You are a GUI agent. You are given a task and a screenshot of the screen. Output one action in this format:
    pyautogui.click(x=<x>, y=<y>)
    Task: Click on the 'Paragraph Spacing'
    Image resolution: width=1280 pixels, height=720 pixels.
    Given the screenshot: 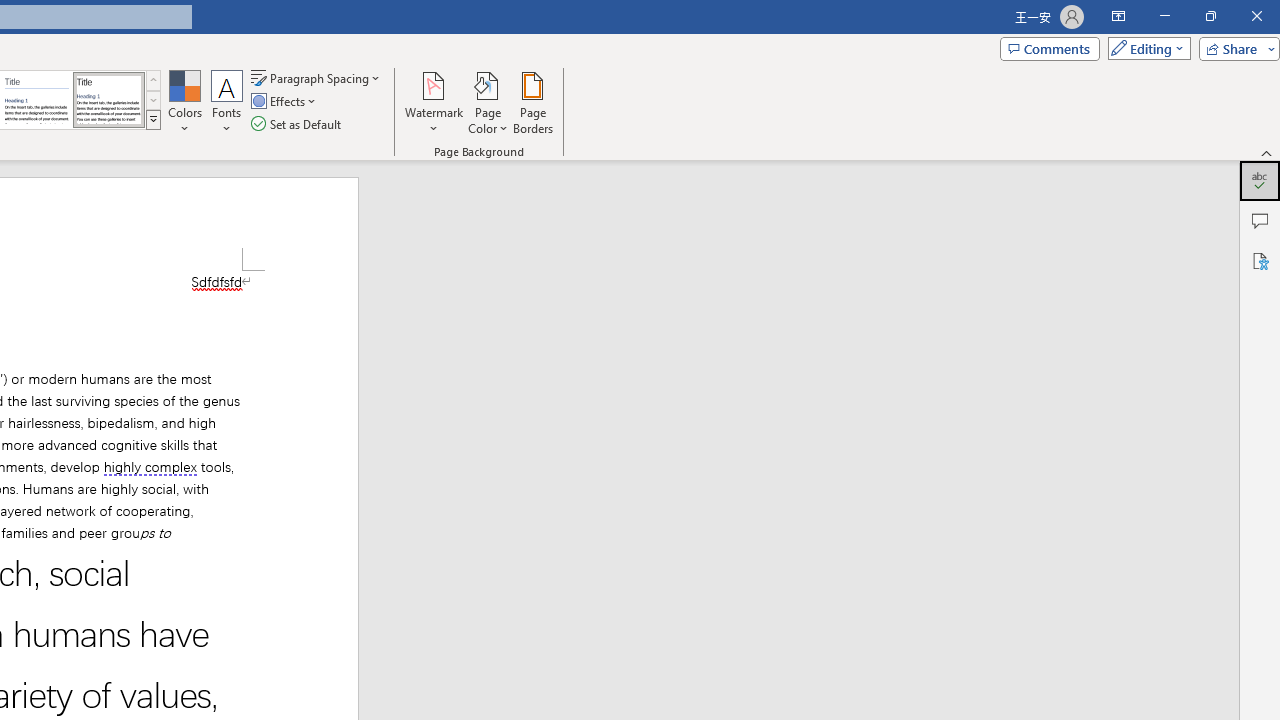 What is the action you would take?
    pyautogui.click(x=316, y=77)
    